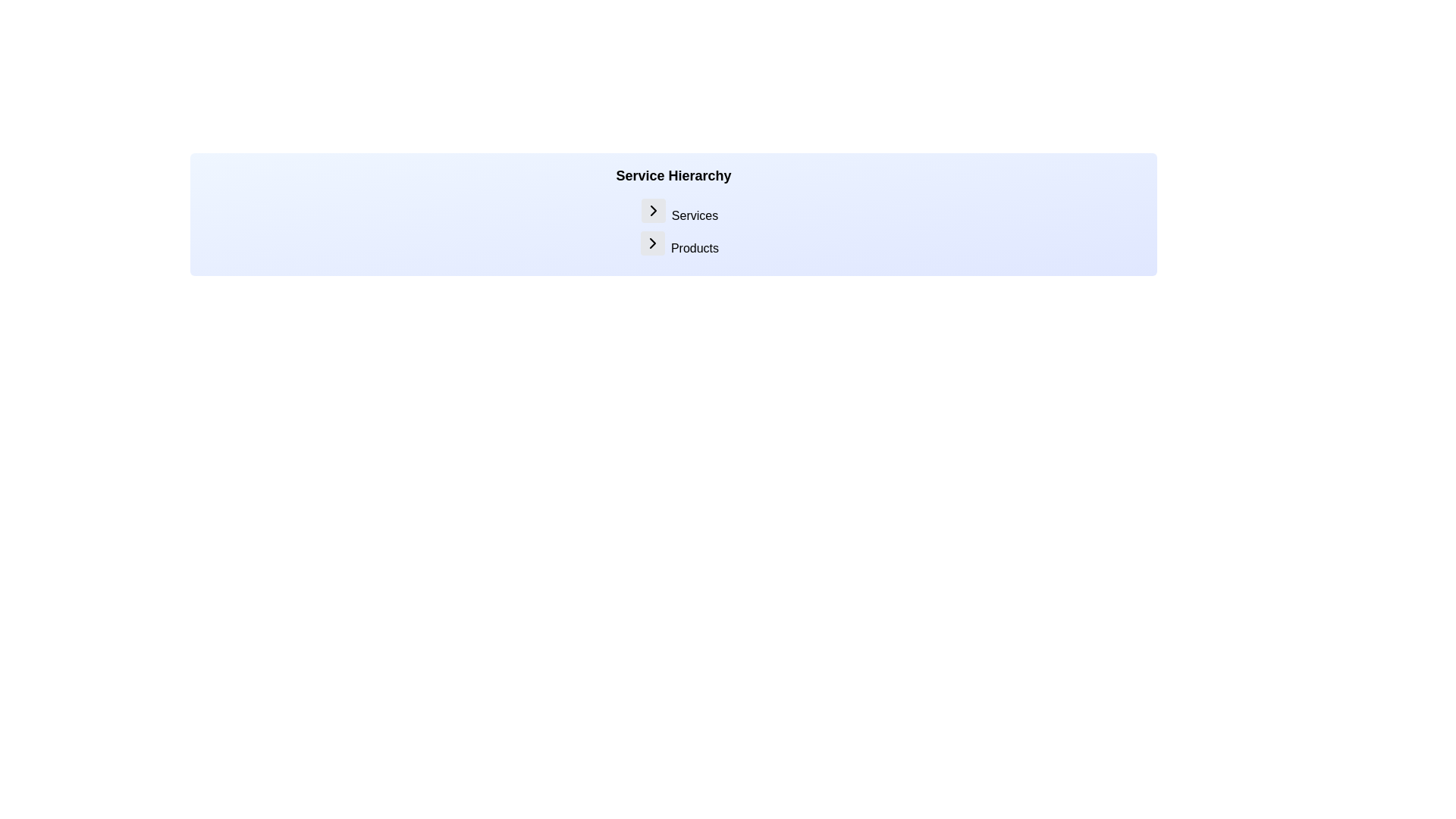  I want to click on the expandable button for the 'Products' category located near the left edge of the 'Products' text, so click(652, 242).